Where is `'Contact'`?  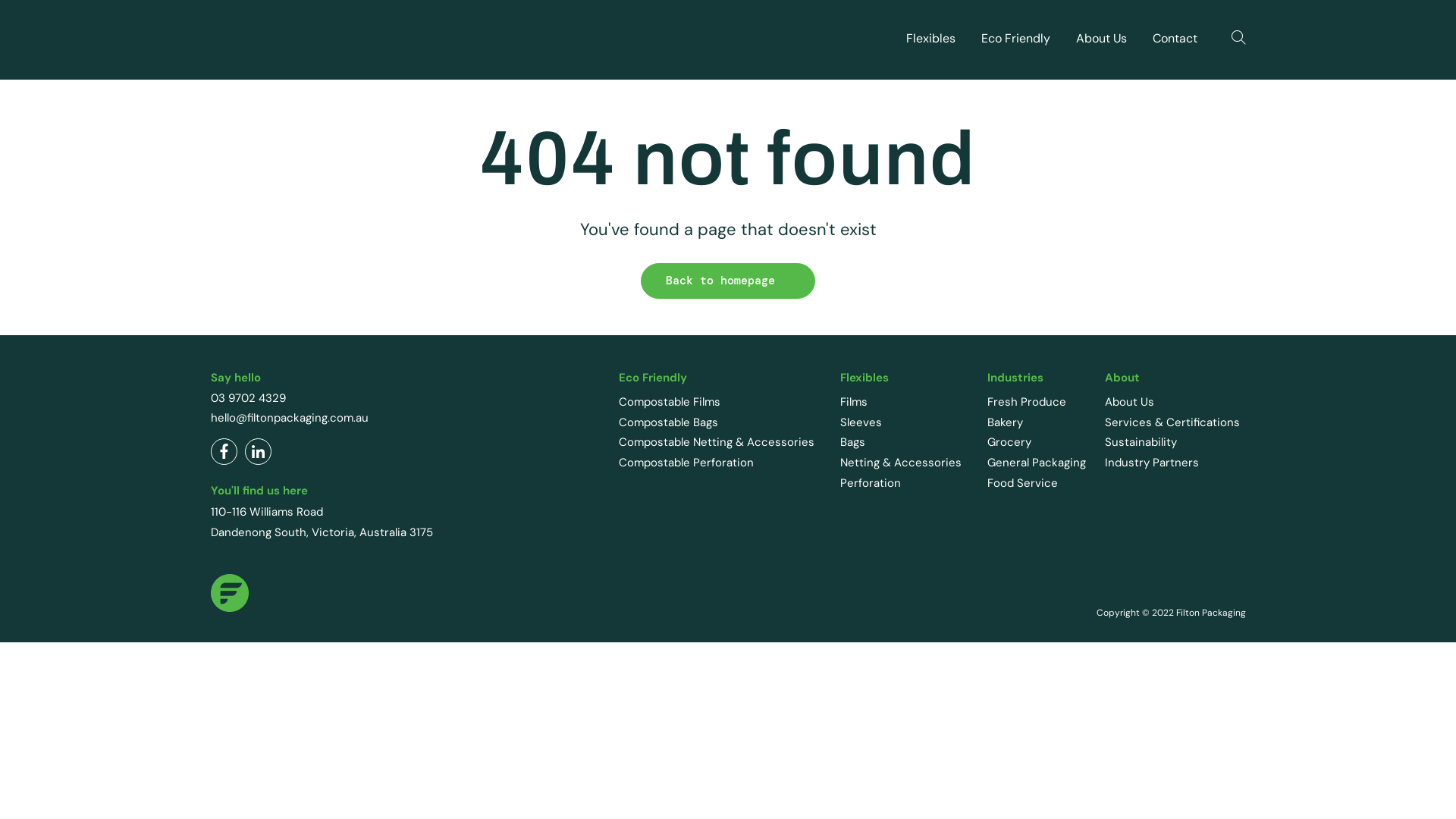 'Contact' is located at coordinates (1174, 37).